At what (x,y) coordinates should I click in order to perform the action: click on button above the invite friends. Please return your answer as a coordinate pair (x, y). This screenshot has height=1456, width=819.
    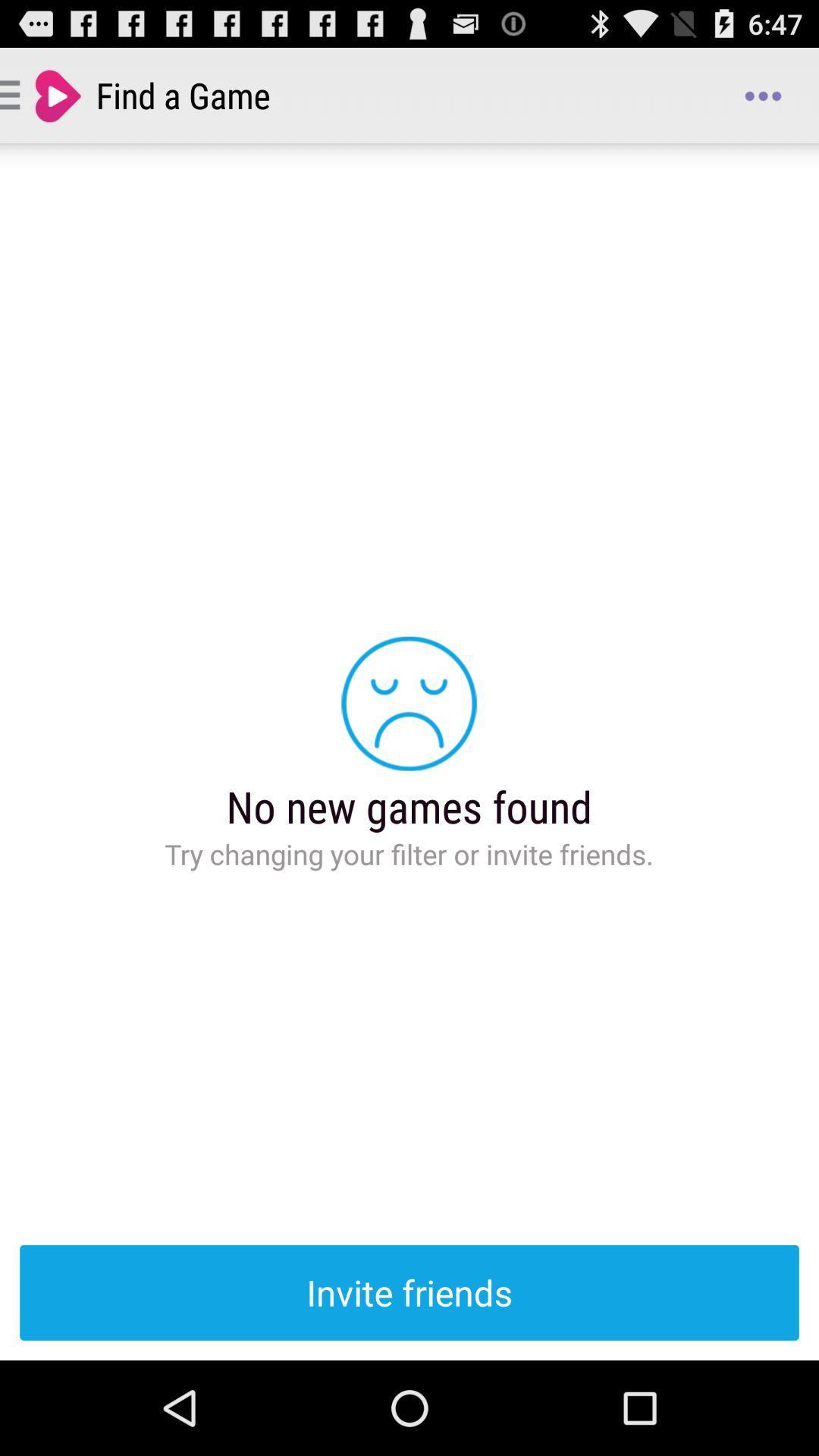
    Looking at the image, I should click on (763, 94).